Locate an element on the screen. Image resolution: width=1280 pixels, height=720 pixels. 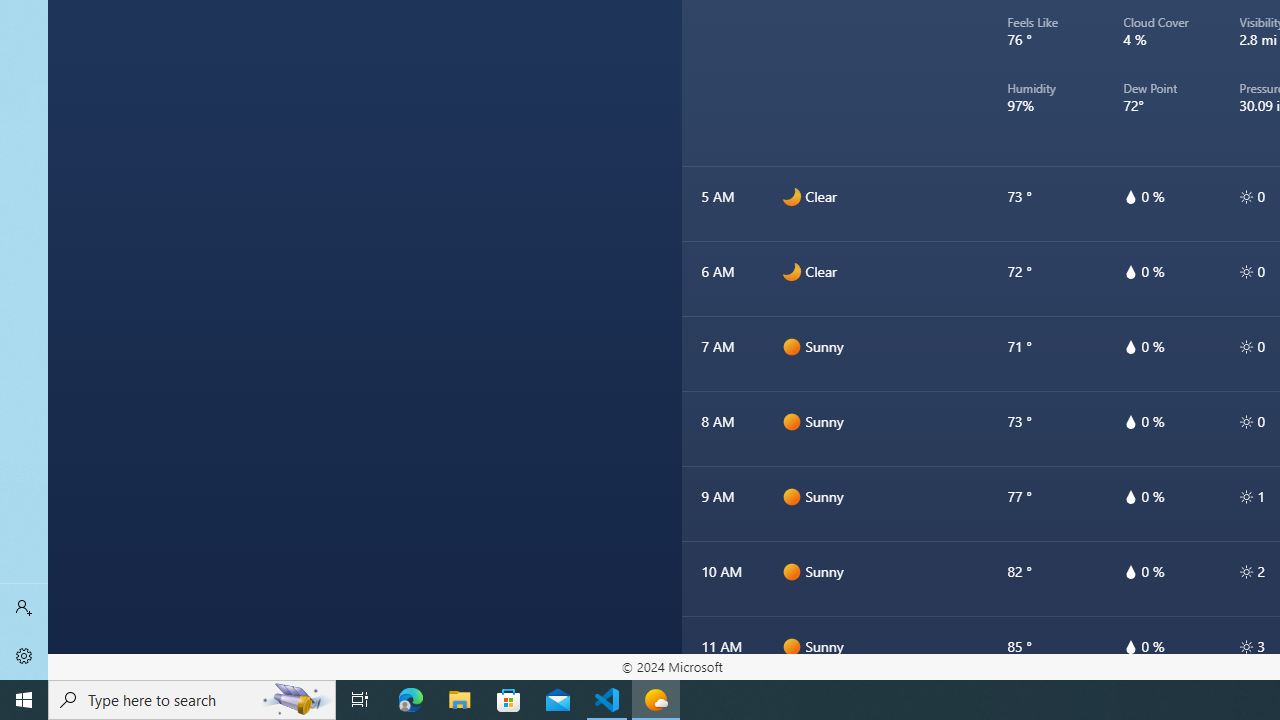
'Weather - 1 running window' is located at coordinates (656, 698).